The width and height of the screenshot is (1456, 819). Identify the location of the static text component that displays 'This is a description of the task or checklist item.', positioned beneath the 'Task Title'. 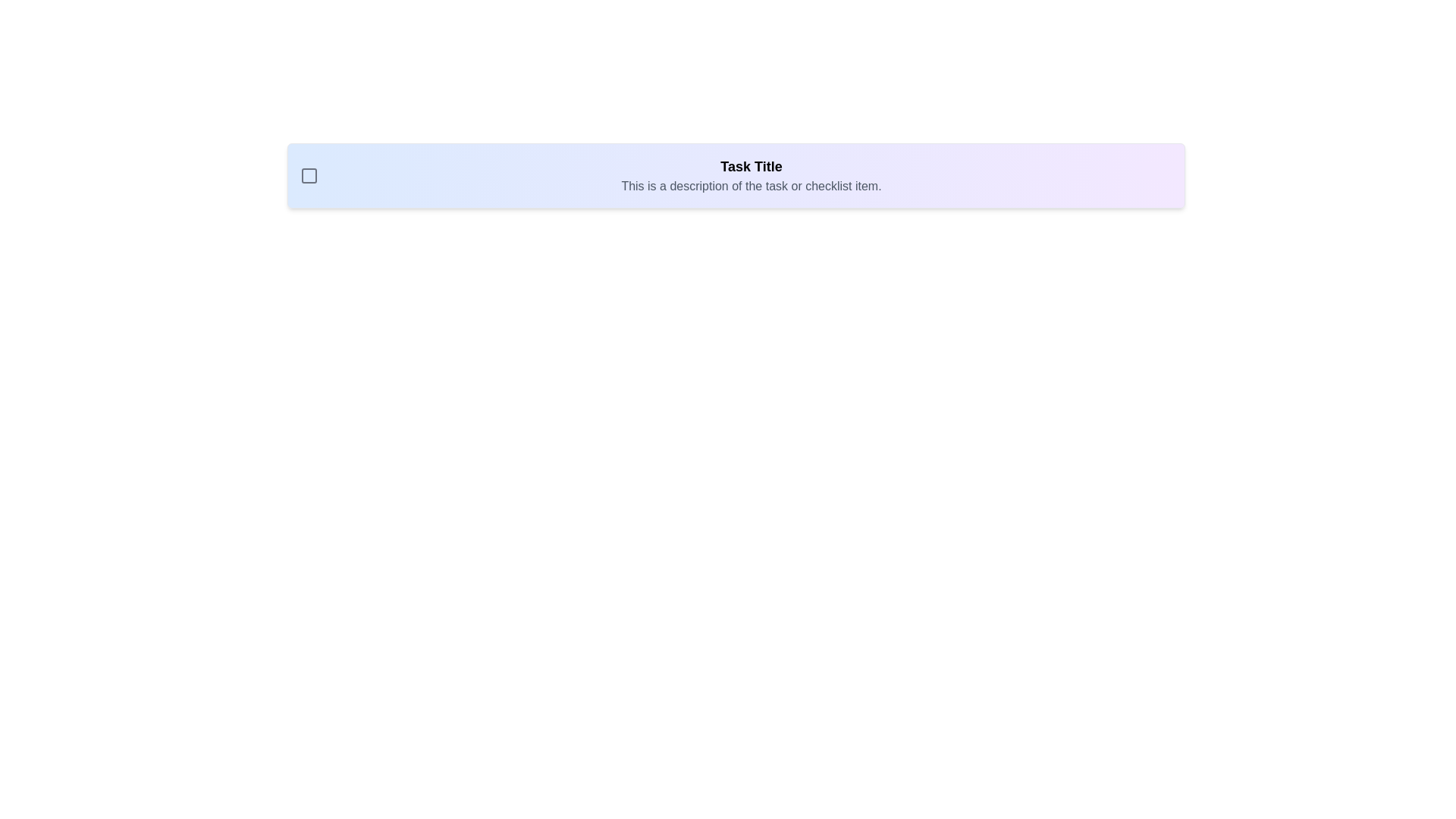
(751, 186).